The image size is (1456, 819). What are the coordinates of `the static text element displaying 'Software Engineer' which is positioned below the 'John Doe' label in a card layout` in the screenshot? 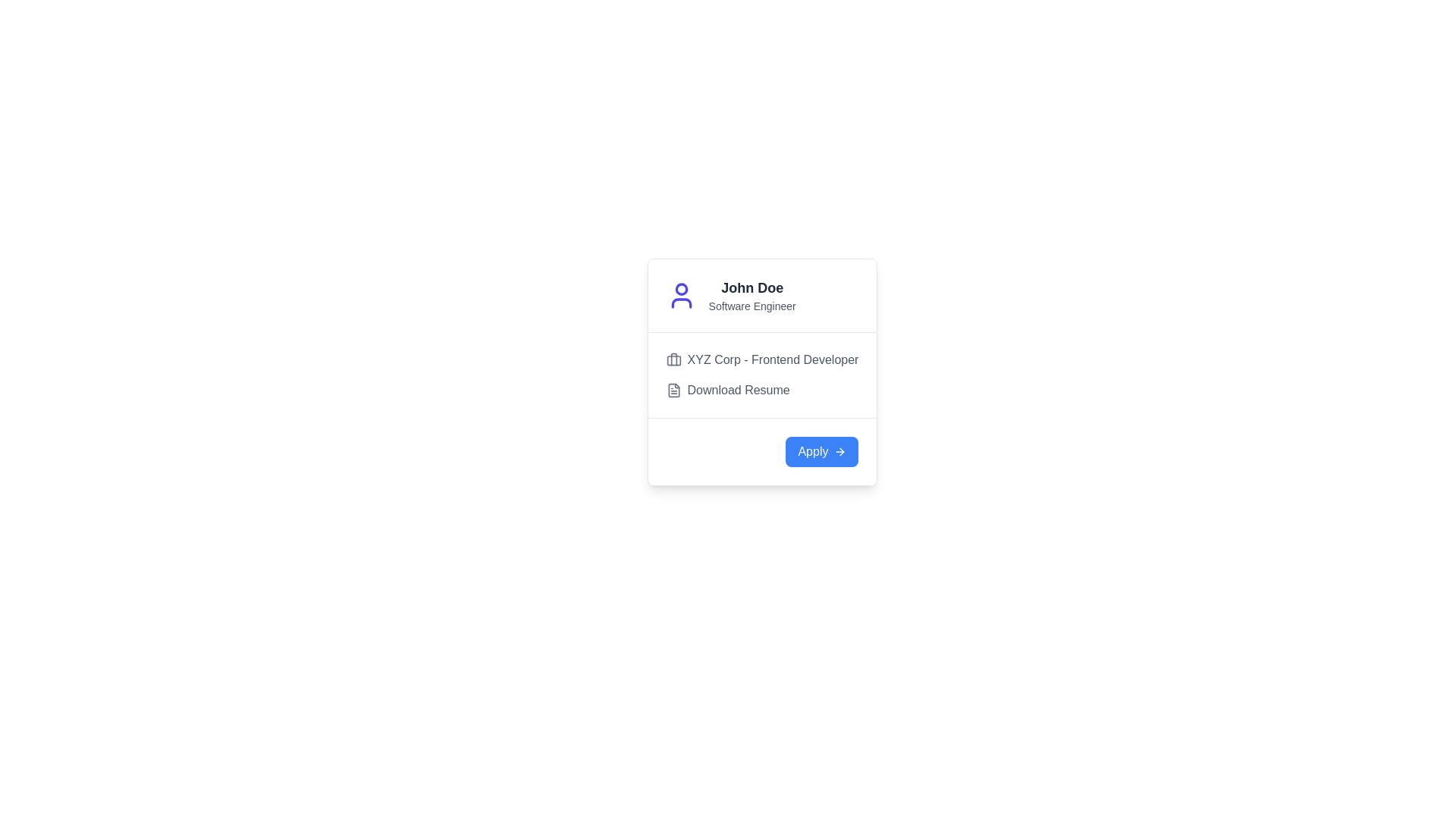 It's located at (752, 306).